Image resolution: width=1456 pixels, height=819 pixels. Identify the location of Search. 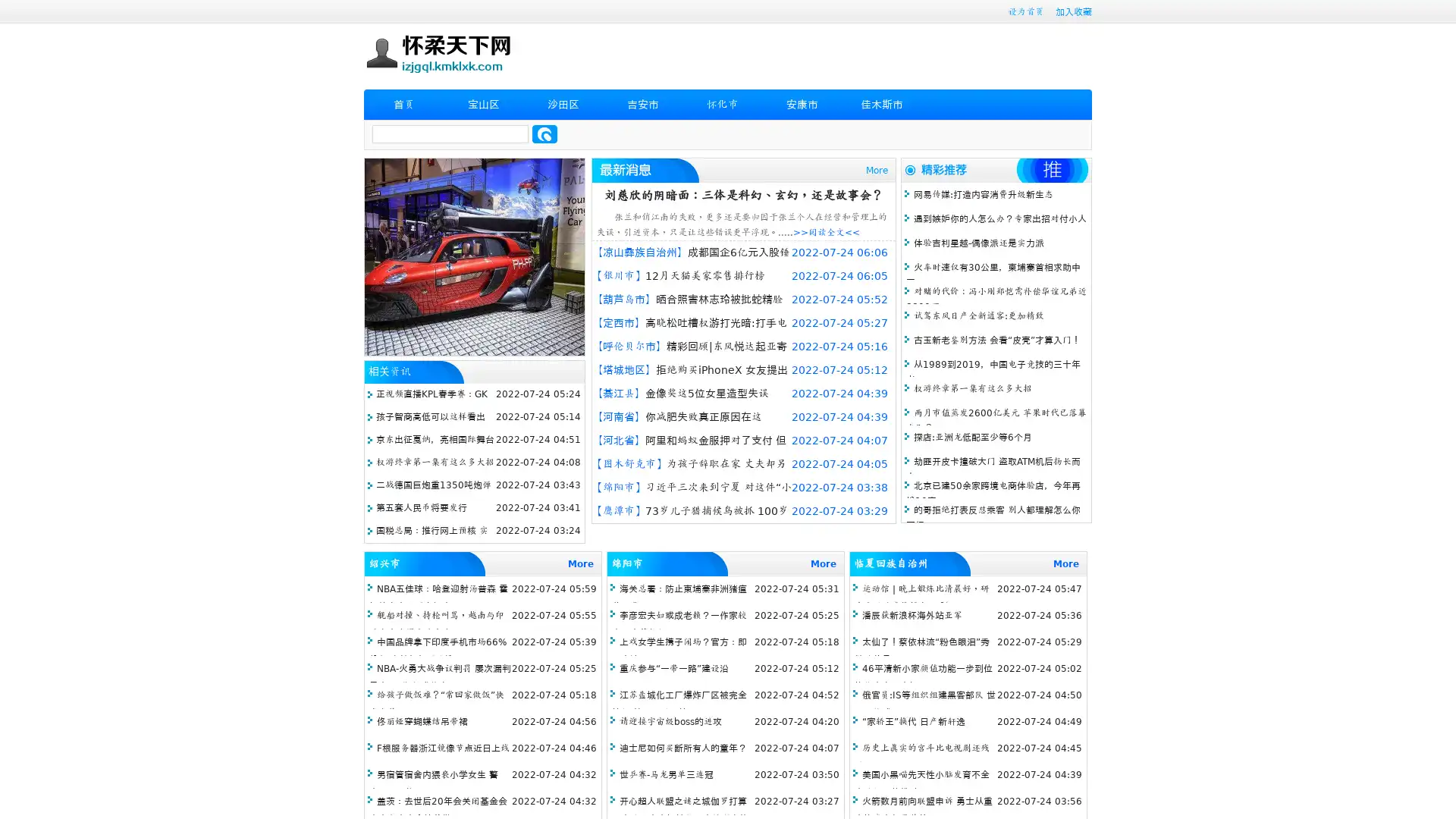
(544, 133).